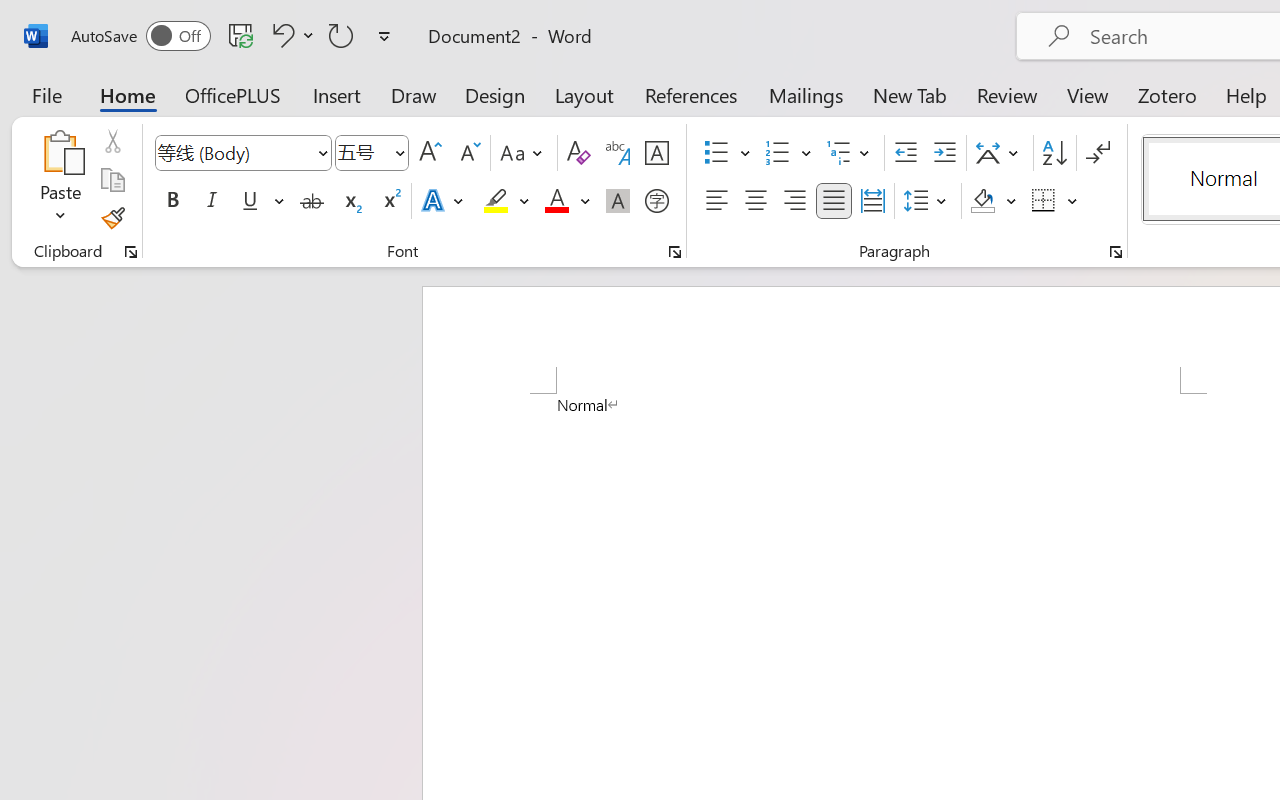  I want to click on 'Show/Hide Editing Marks', so click(1097, 153).